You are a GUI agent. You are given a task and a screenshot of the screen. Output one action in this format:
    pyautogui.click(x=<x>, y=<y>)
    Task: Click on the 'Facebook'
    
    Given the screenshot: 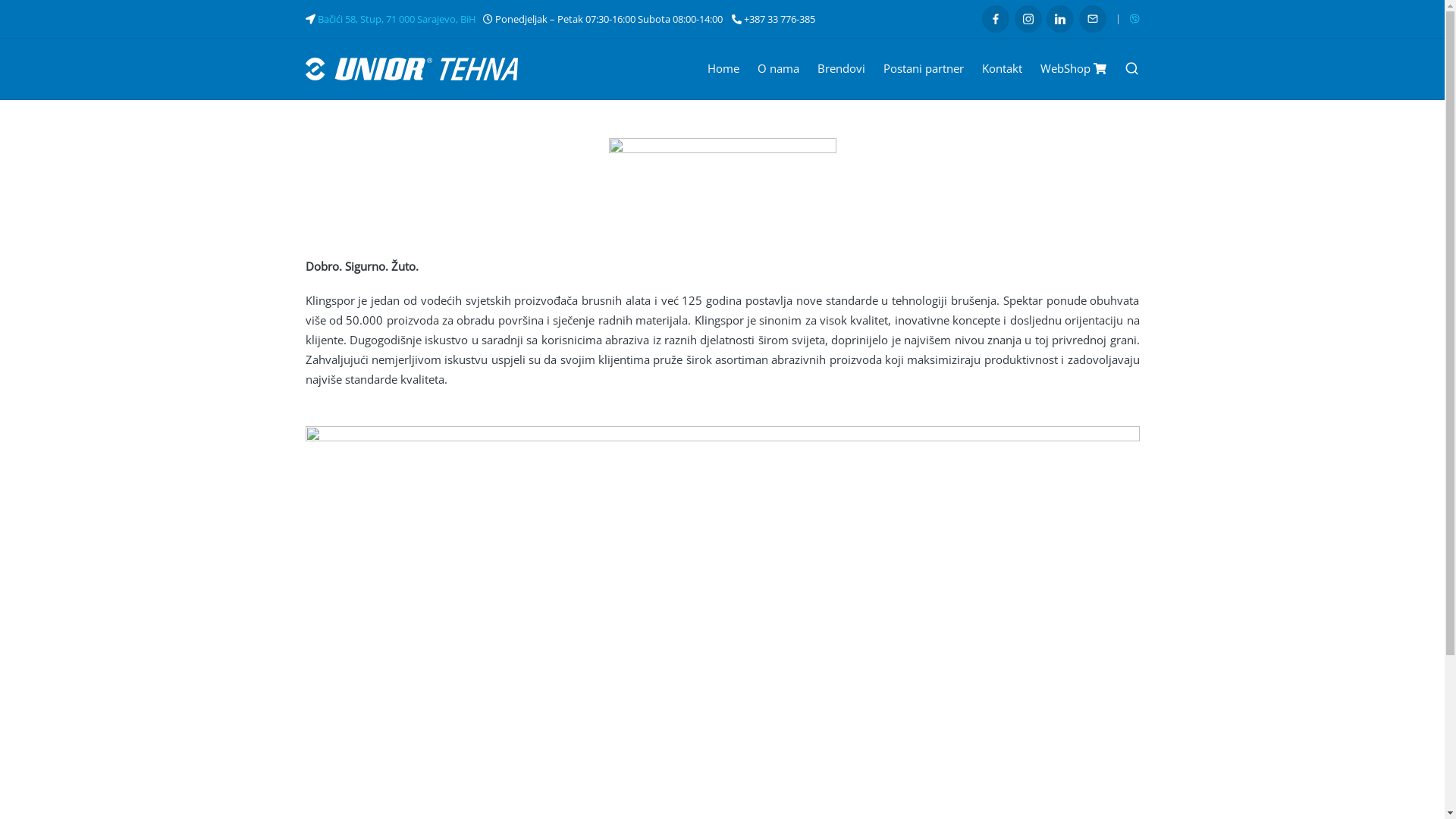 What is the action you would take?
    pyautogui.click(x=996, y=18)
    